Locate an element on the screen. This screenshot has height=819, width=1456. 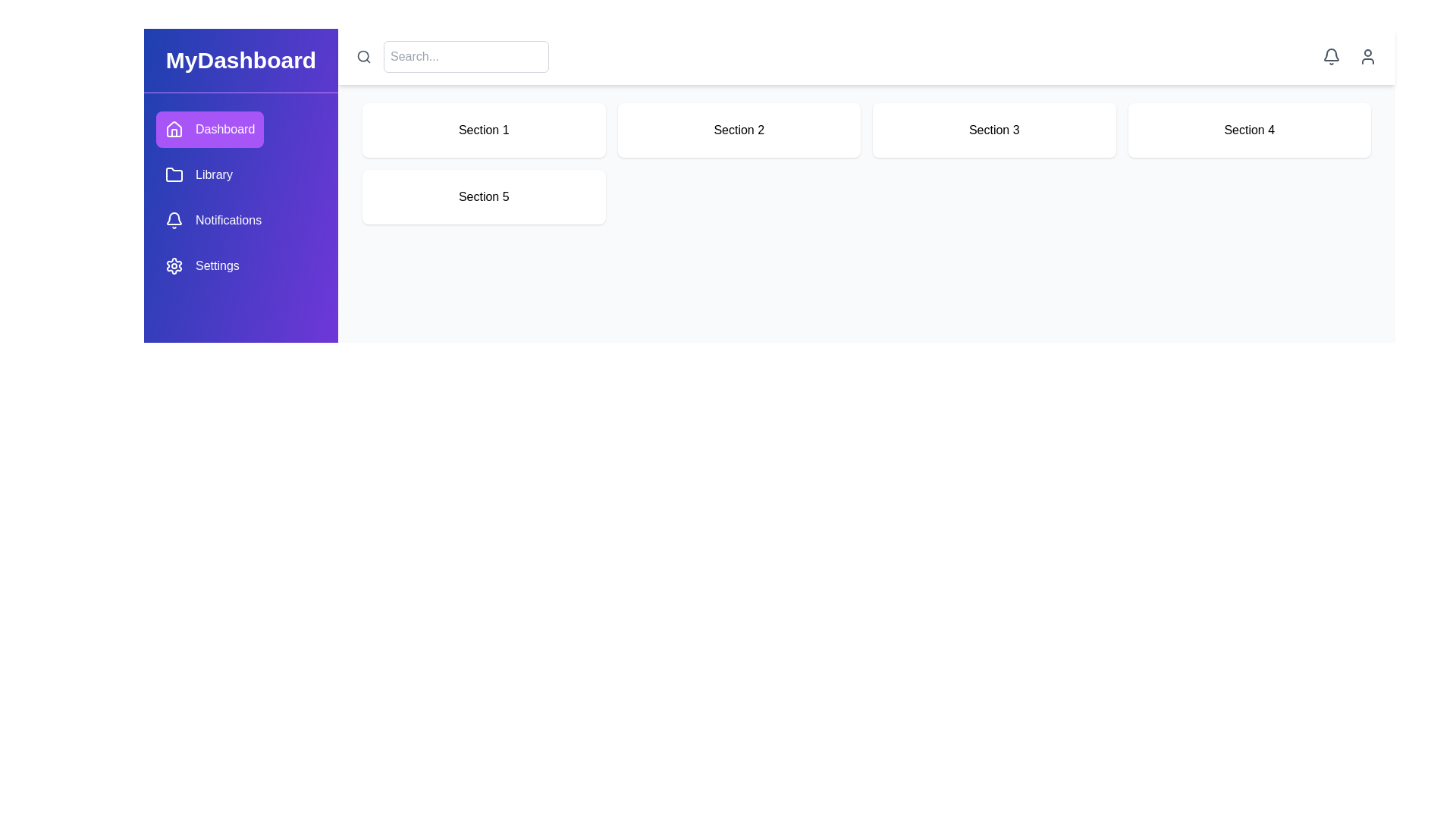
the small gray magnifying glass icon located to the left of the search input field in the header section is located at coordinates (364, 55).